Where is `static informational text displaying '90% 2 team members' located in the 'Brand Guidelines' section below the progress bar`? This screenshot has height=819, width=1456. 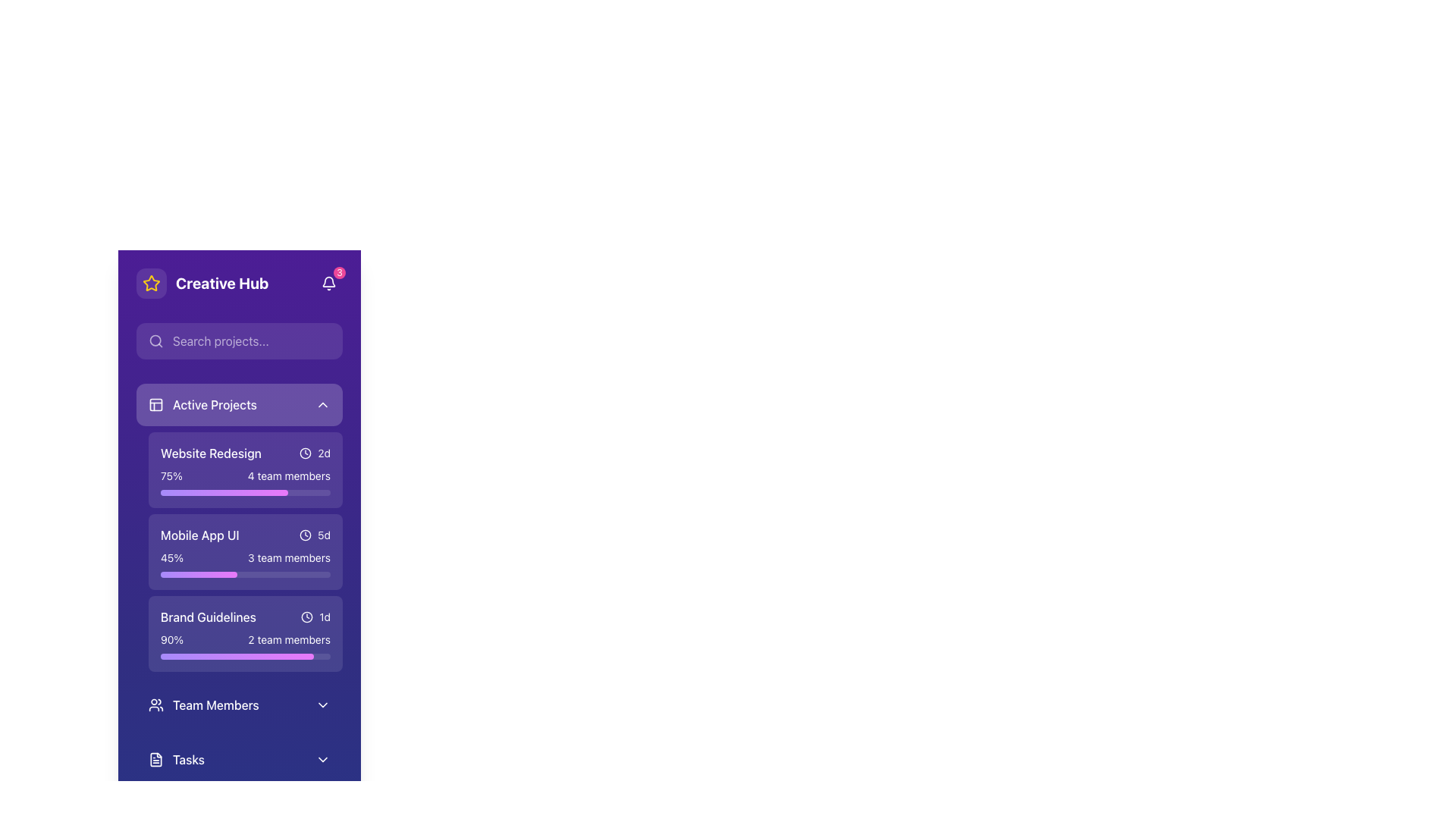
static informational text displaying '90% 2 team members' located in the 'Brand Guidelines' section below the progress bar is located at coordinates (246, 640).